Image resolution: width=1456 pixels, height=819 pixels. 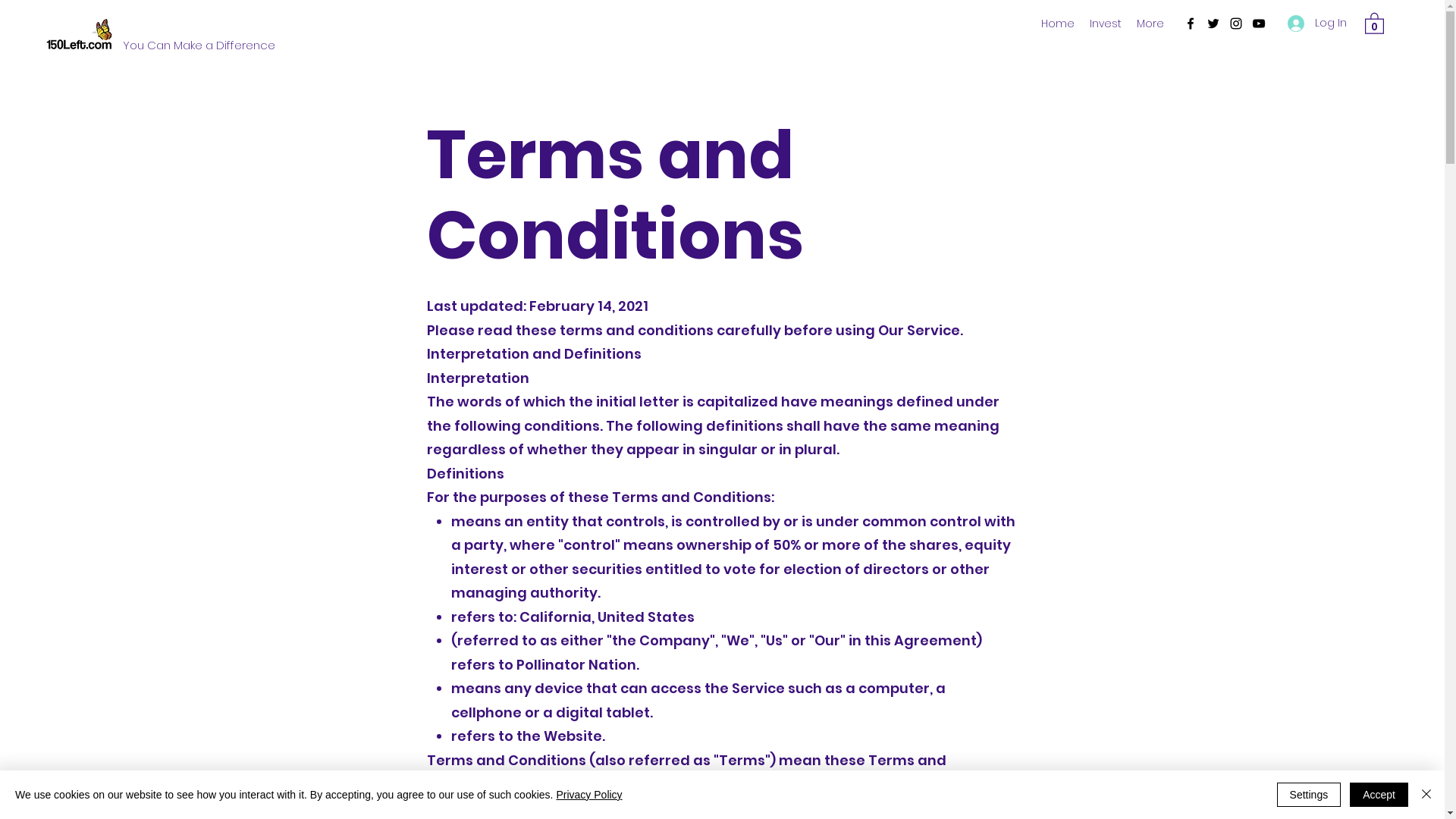 I want to click on '0', so click(x=1374, y=23).